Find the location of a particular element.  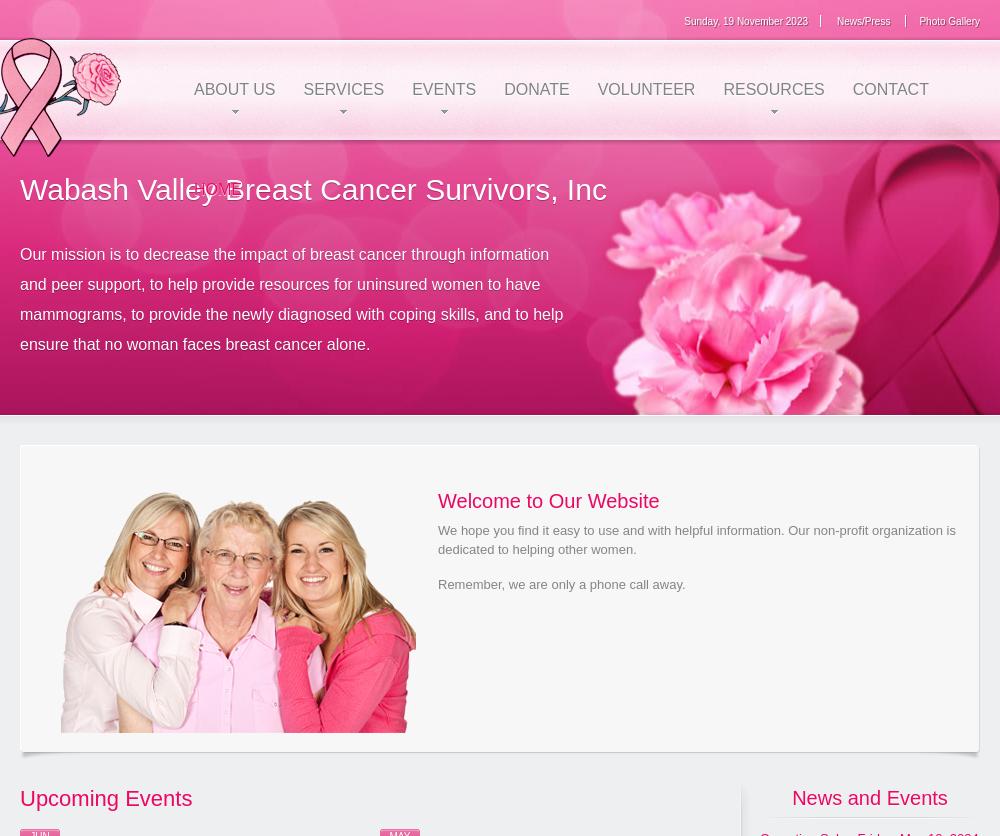

'ensure that no woman faces breast cancer alone.' is located at coordinates (194, 342).